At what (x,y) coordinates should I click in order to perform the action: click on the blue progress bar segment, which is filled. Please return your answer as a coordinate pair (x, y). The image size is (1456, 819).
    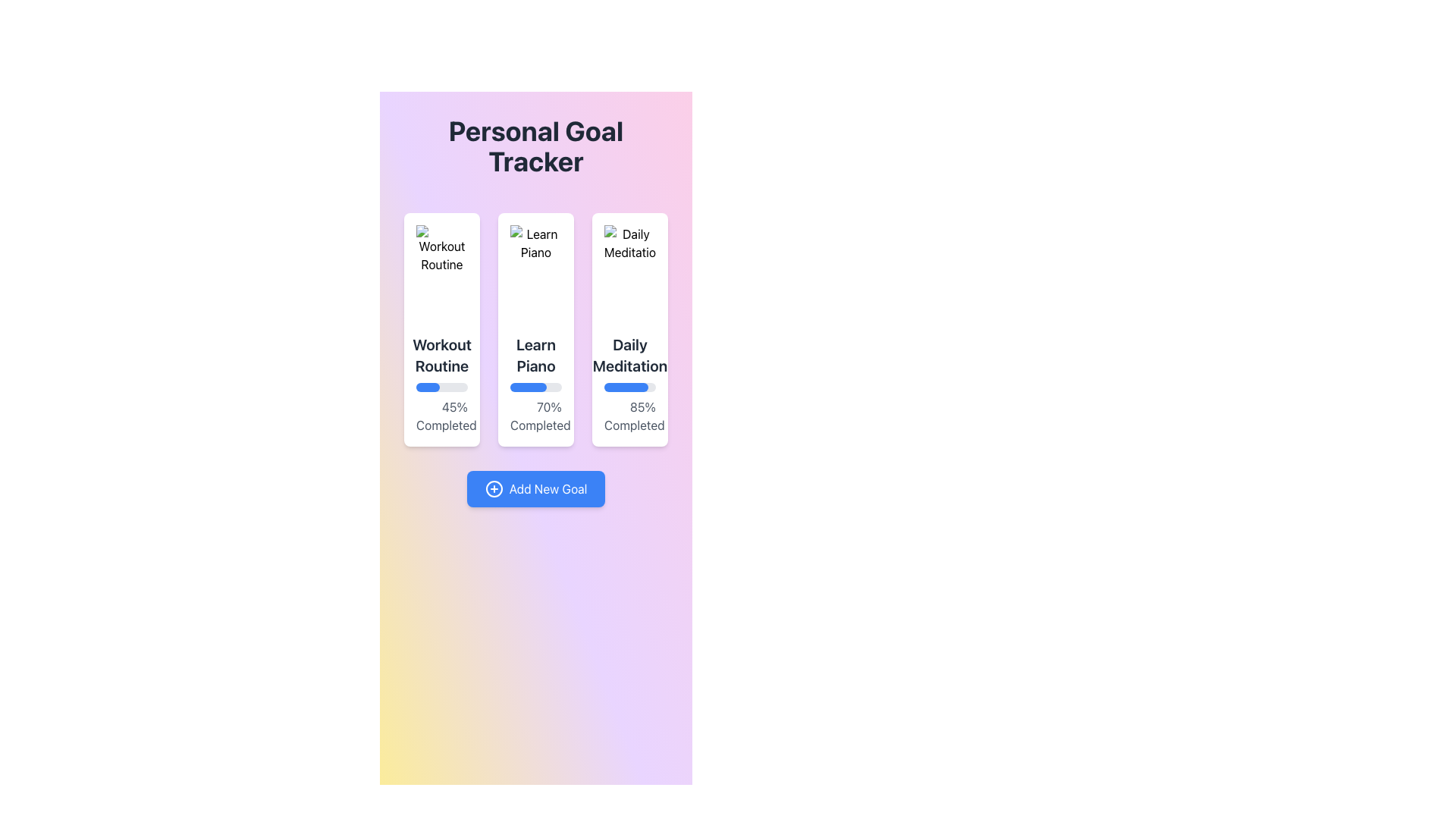
    Looking at the image, I should click on (626, 386).